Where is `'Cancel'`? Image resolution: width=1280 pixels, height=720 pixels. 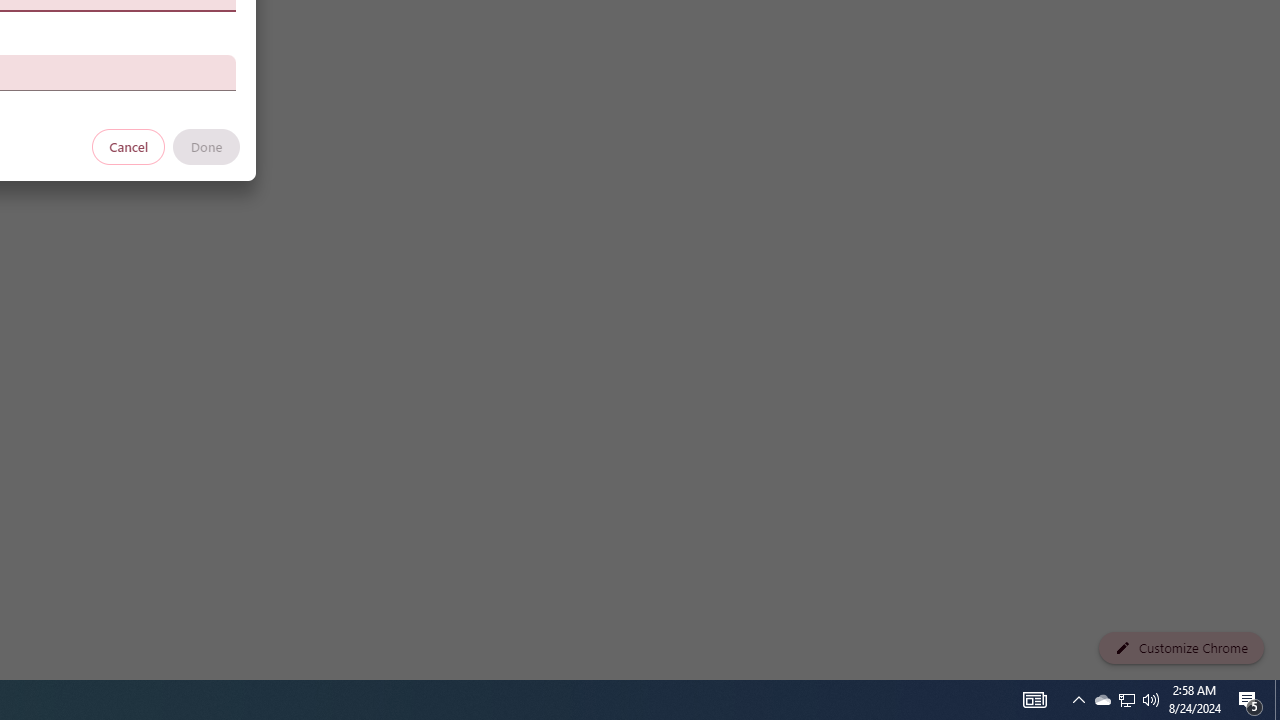 'Cancel' is located at coordinates (128, 145).